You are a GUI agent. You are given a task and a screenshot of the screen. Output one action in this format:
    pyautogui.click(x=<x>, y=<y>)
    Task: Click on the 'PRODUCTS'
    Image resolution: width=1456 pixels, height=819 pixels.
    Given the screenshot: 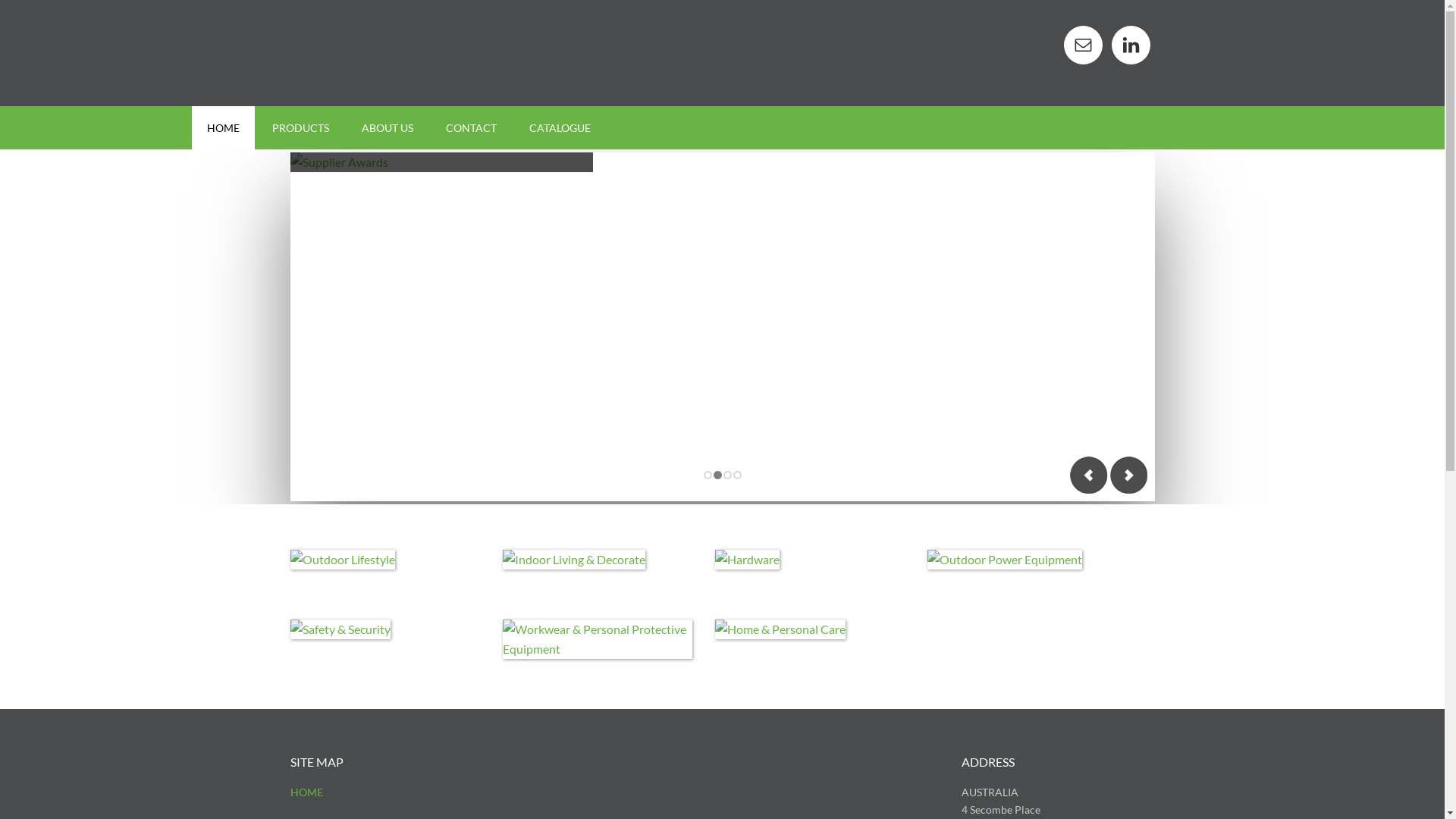 What is the action you would take?
    pyautogui.click(x=300, y=127)
    